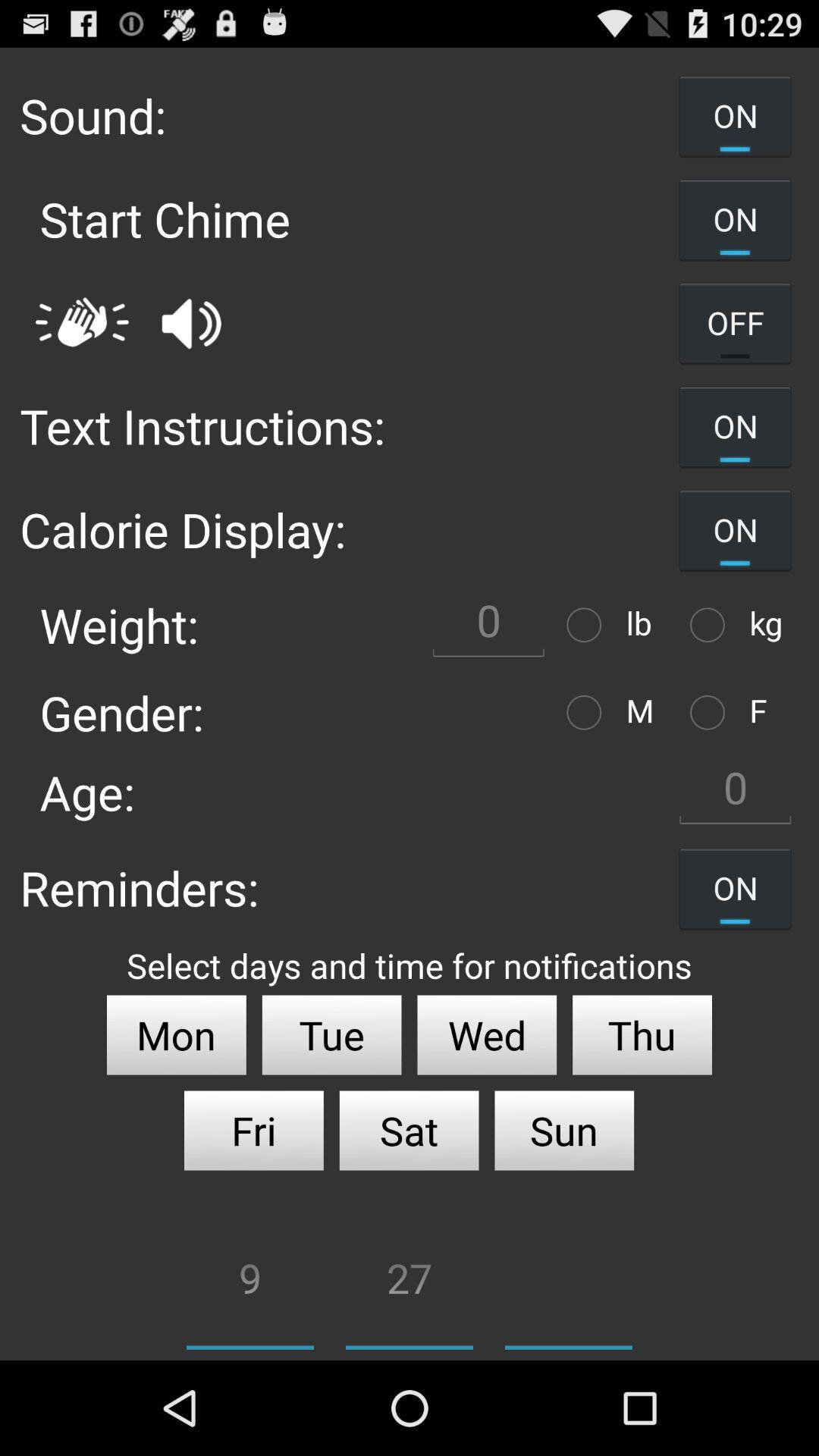 Image resolution: width=819 pixels, height=1456 pixels. I want to click on pounds, so click(587, 625).